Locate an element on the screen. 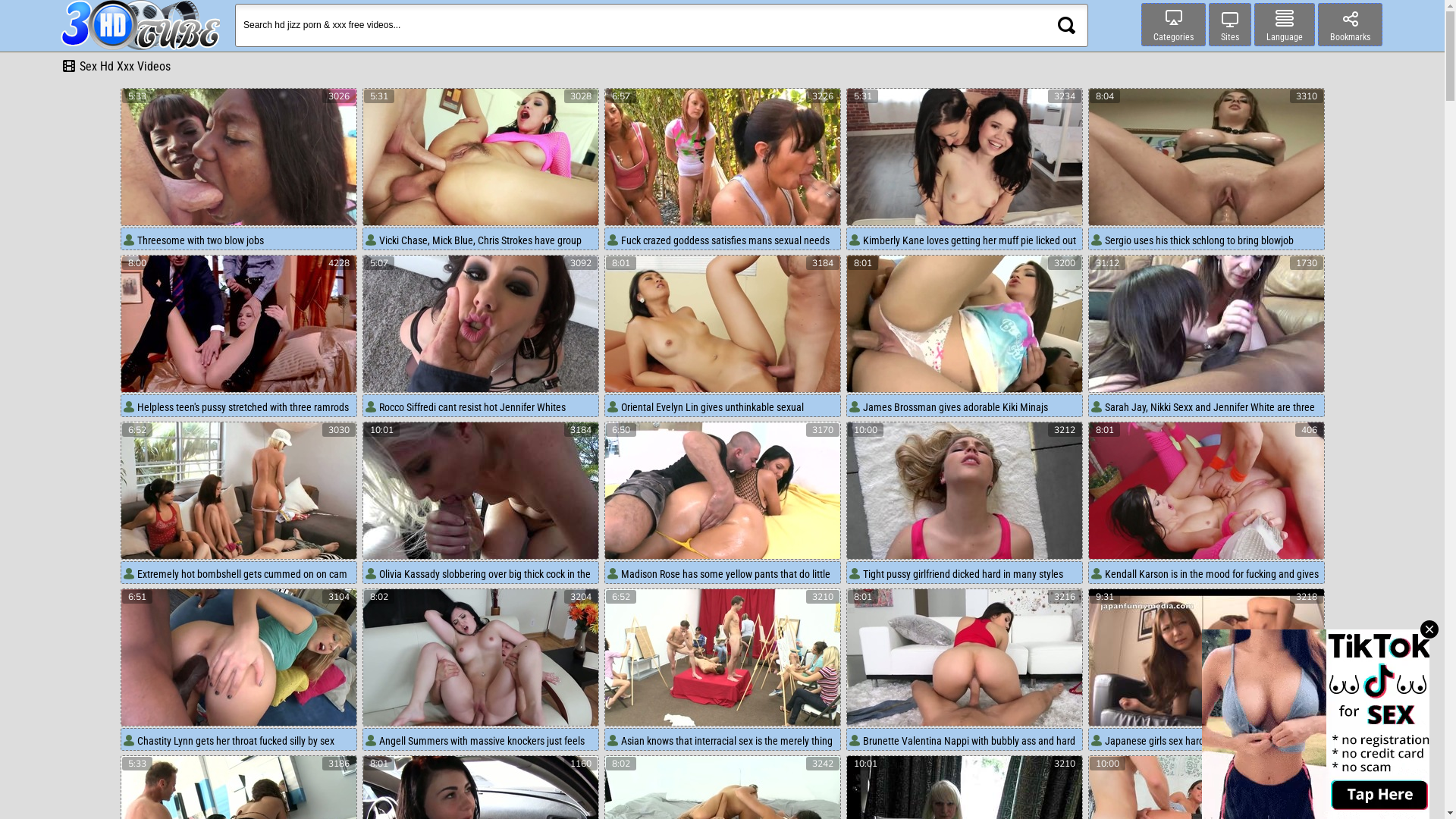 The image size is (1456, 819). 'Bookmarks' is located at coordinates (1350, 24).